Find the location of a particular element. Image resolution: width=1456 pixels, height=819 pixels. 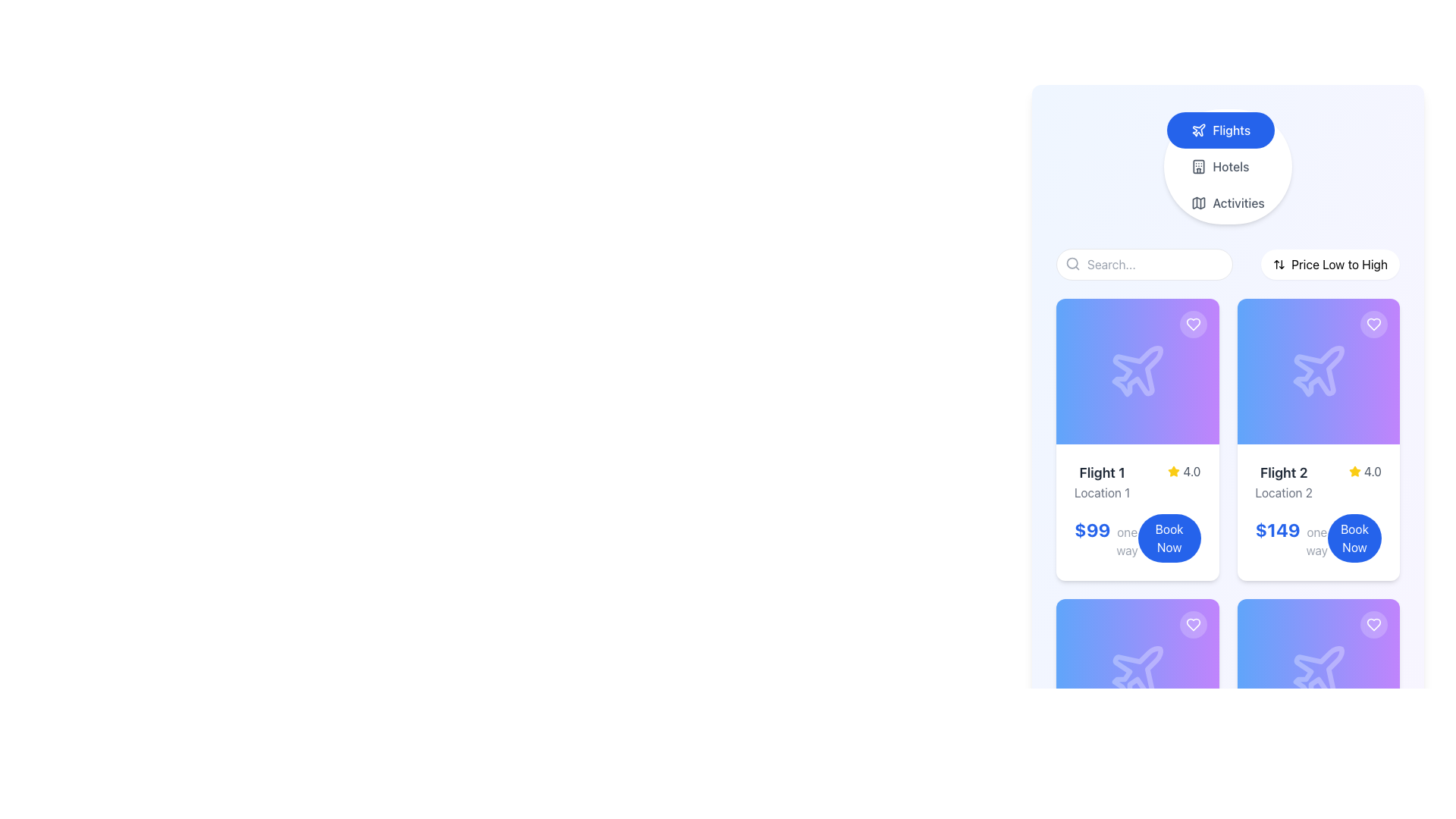

the 'Hotels' icon, which is the second visible component in the horizontal menu, located between the 'Flights' label and the 'Activities' label is located at coordinates (1198, 166).